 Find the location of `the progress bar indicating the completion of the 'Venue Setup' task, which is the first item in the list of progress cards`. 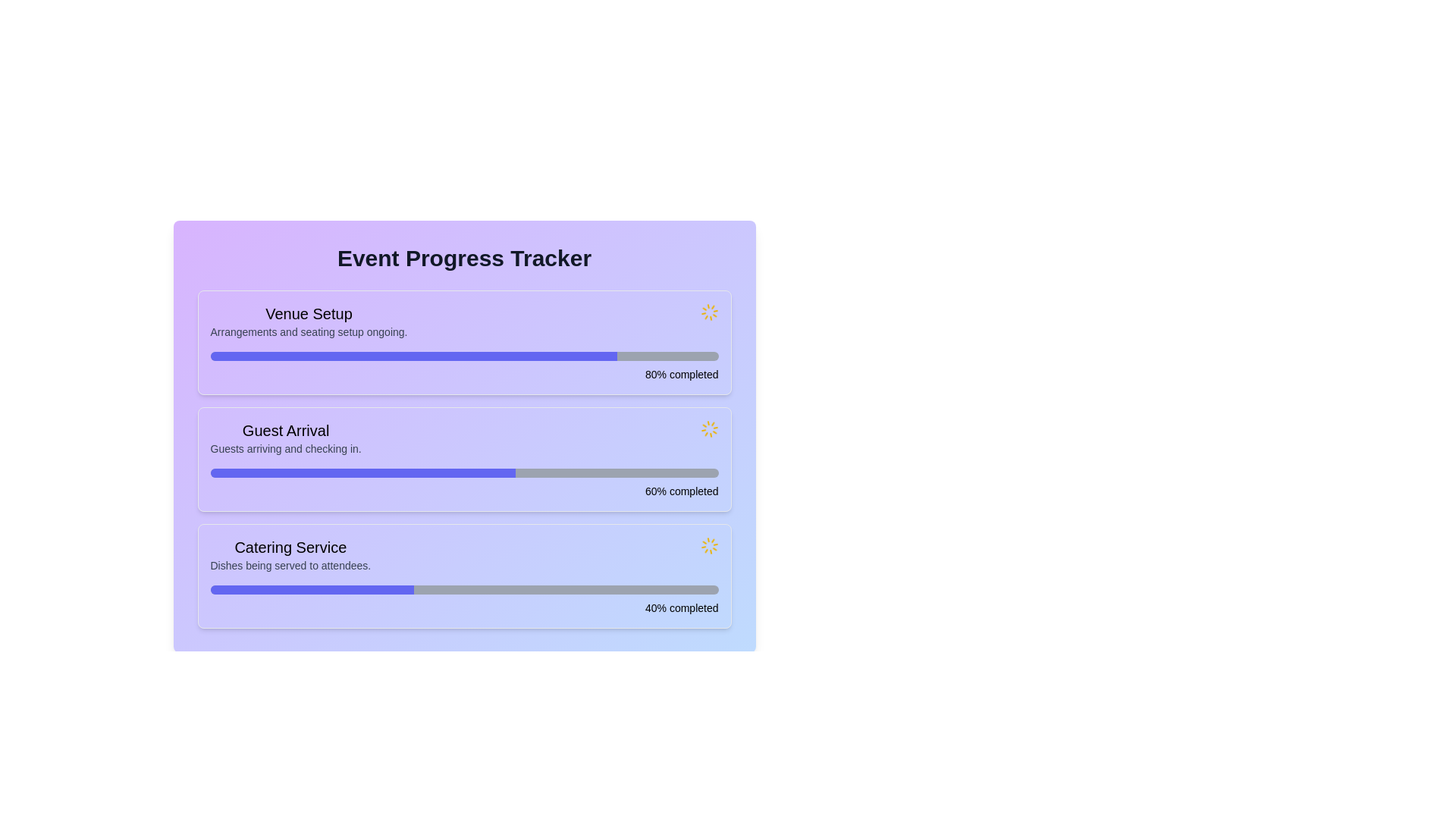

the progress bar indicating the completion of the 'Venue Setup' task, which is the first item in the list of progress cards is located at coordinates (463, 342).